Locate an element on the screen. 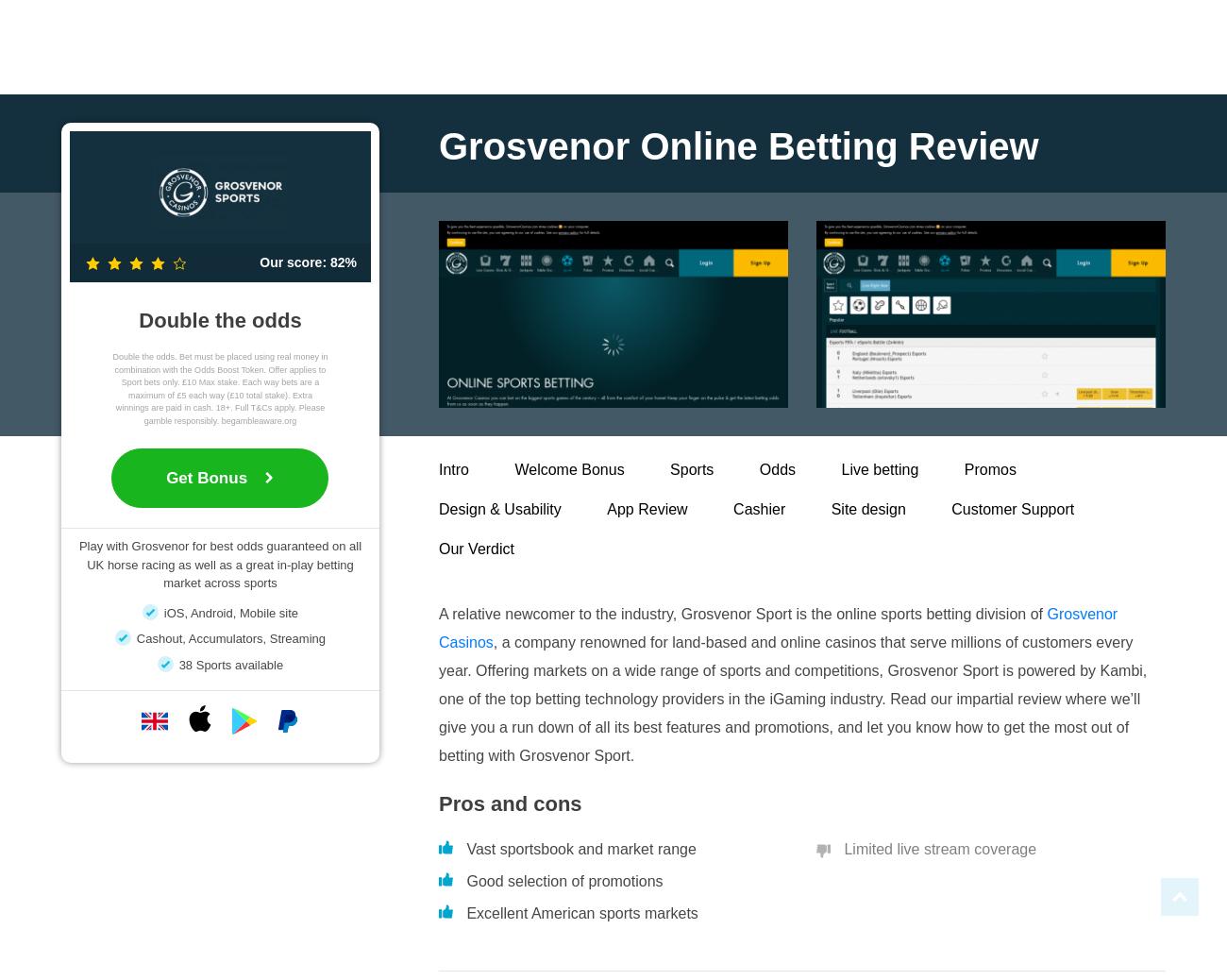 This screenshot has width=1227, height=980. 'Intro' is located at coordinates (452, 469).